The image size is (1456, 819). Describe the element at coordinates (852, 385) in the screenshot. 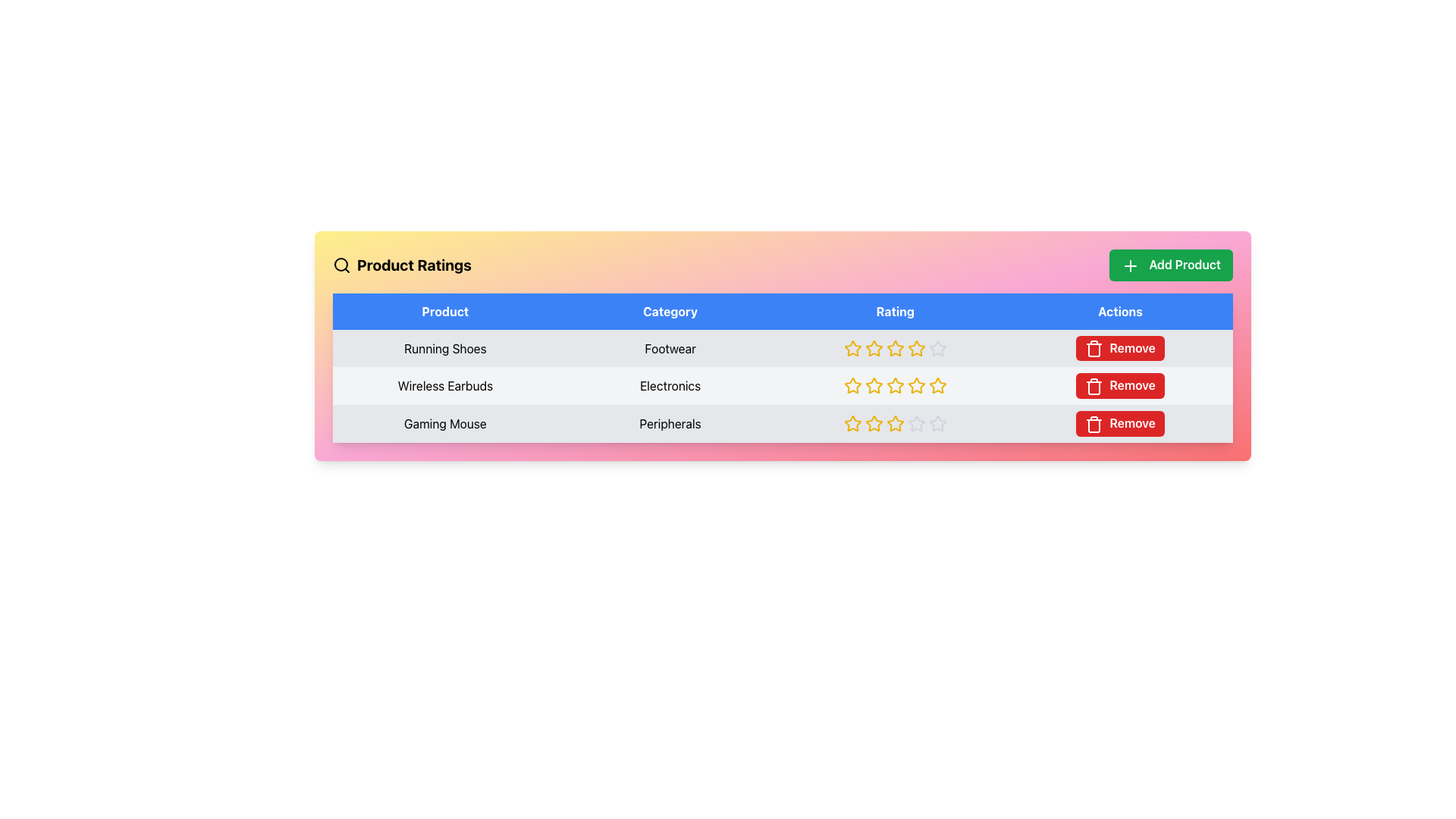

I see `the third star icon with a yellow outline in the 'Rating' column of the 'Wireless Earbuds' row to rate it` at that location.